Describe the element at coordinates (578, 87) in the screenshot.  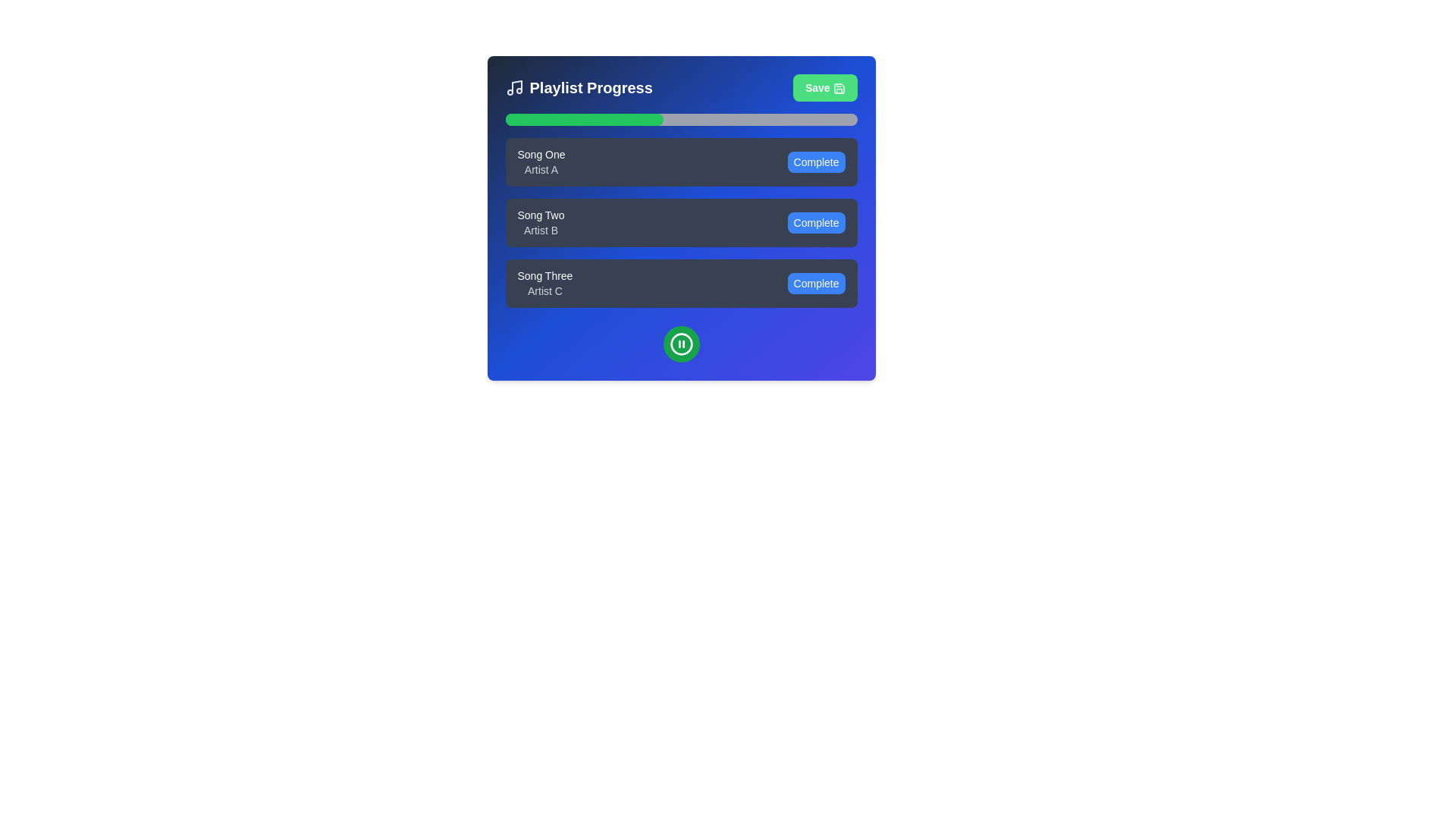
I see `the static text element displaying 'Playlist Progress' with a music note icon, located at the top-left of the interface, above the green progress bar` at that location.